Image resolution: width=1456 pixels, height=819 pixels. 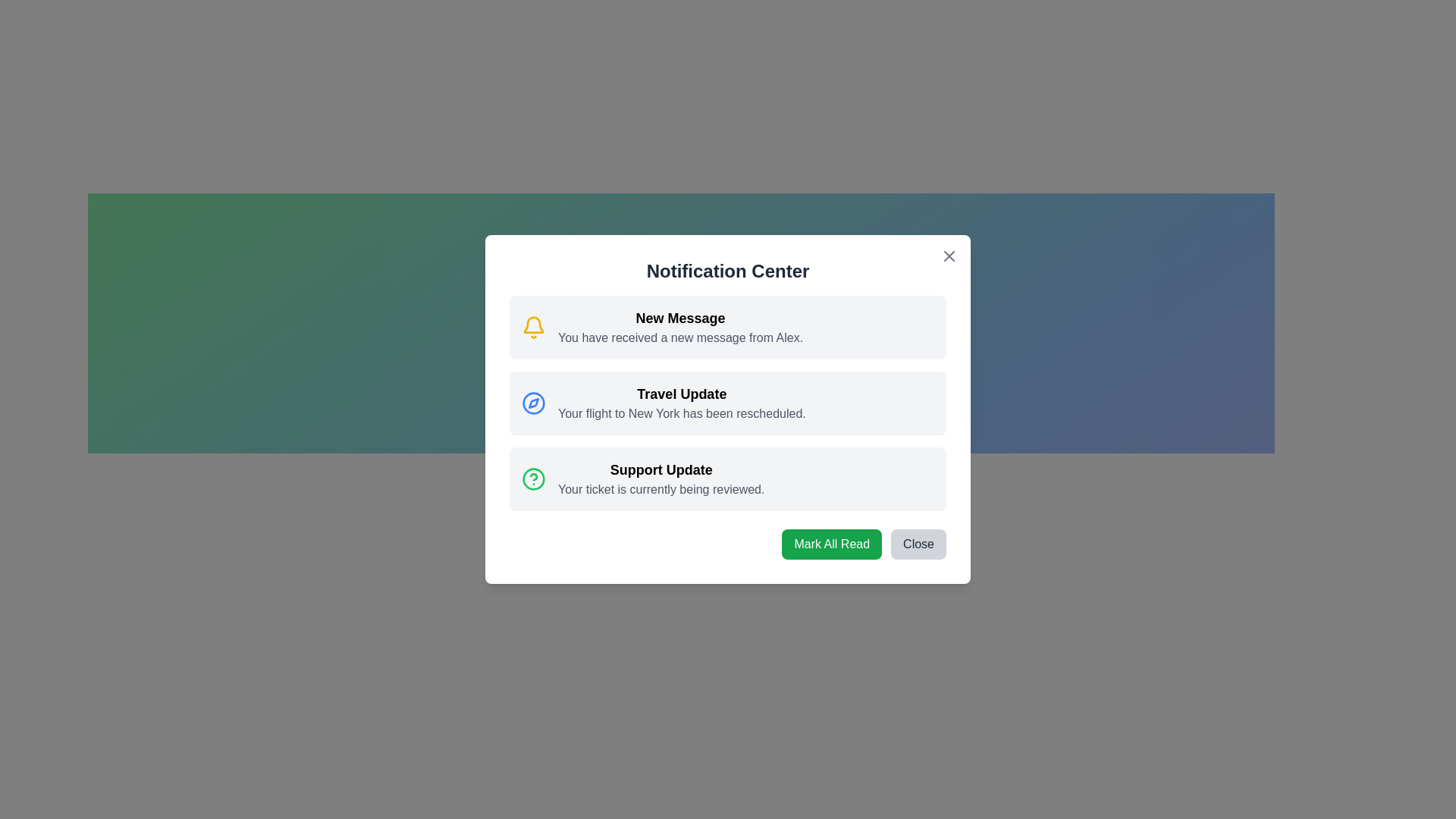 I want to click on the Notification card that notifies the user of a new message, located at the center of the Notification Center panel, so click(x=728, y=327).